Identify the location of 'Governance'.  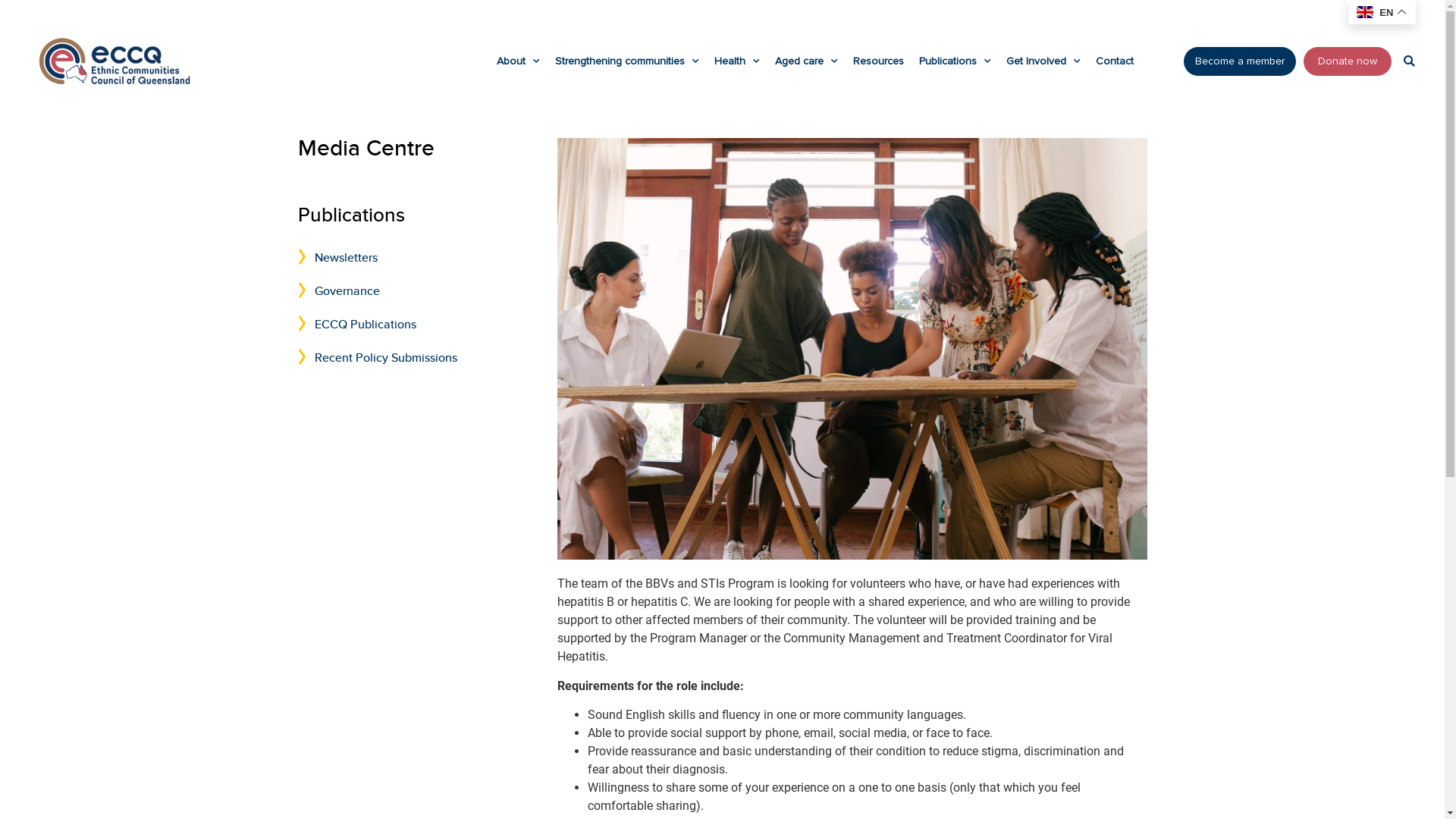
(419, 291).